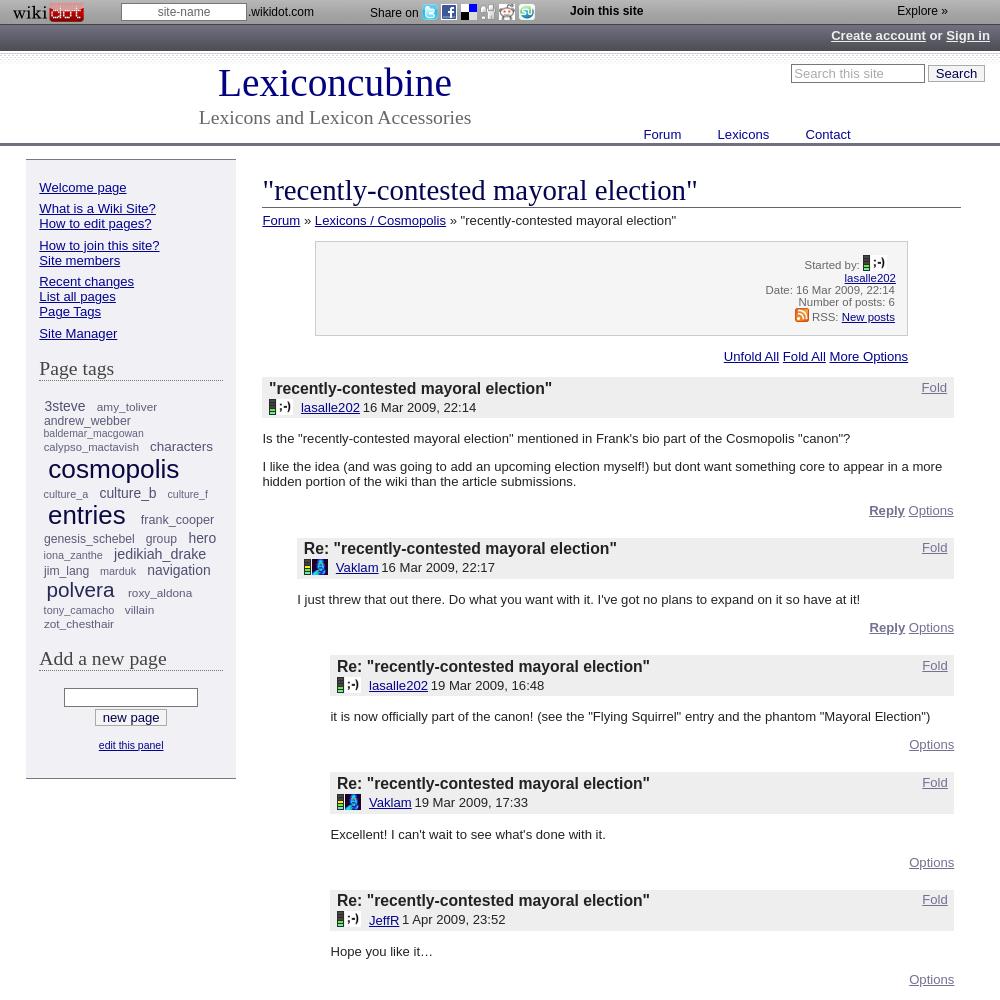 This screenshot has height=1000, width=1000. I want to click on 'List all pages', so click(76, 296).